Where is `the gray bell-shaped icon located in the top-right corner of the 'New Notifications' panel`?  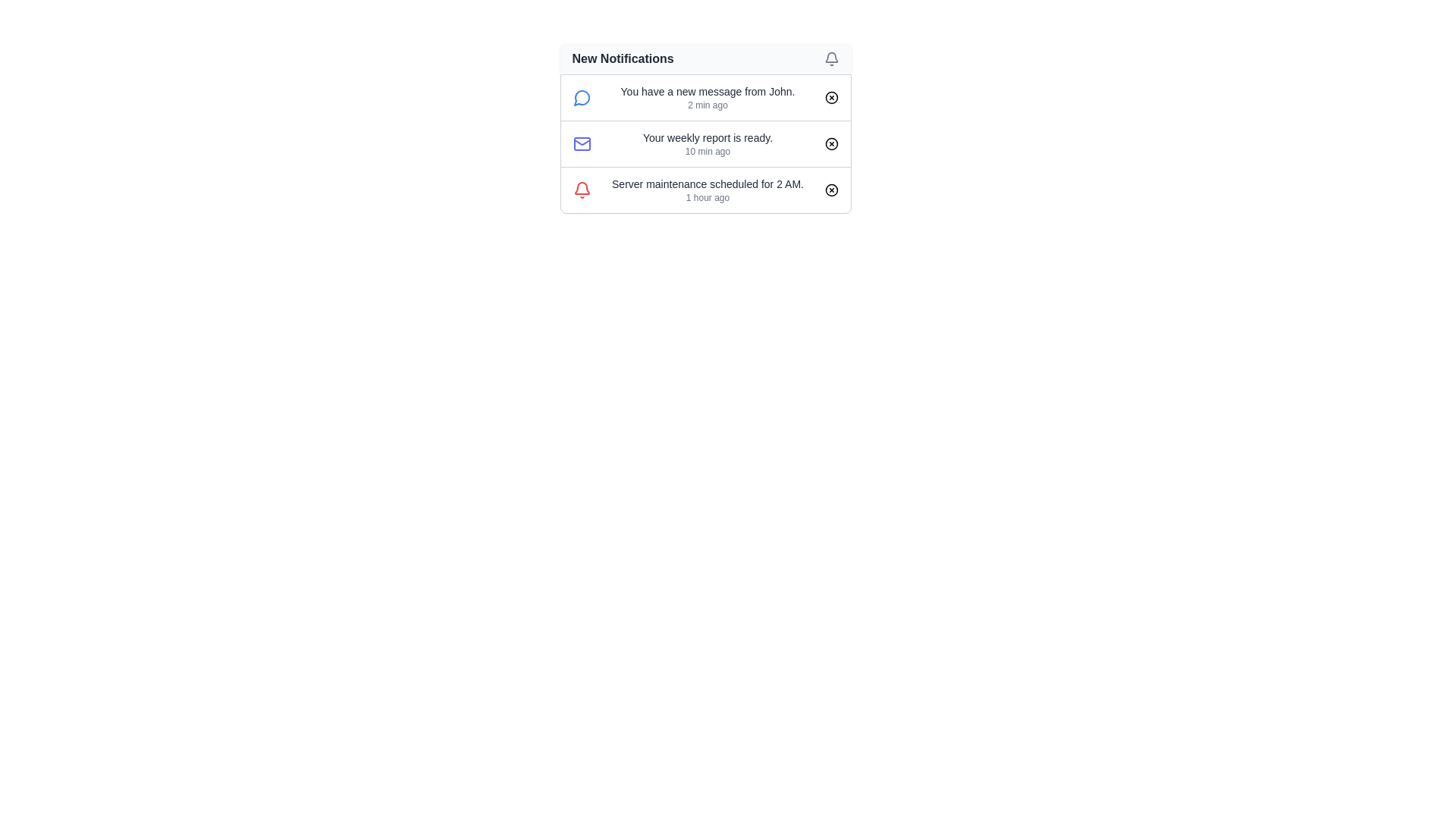 the gray bell-shaped icon located in the top-right corner of the 'New Notifications' panel is located at coordinates (830, 58).